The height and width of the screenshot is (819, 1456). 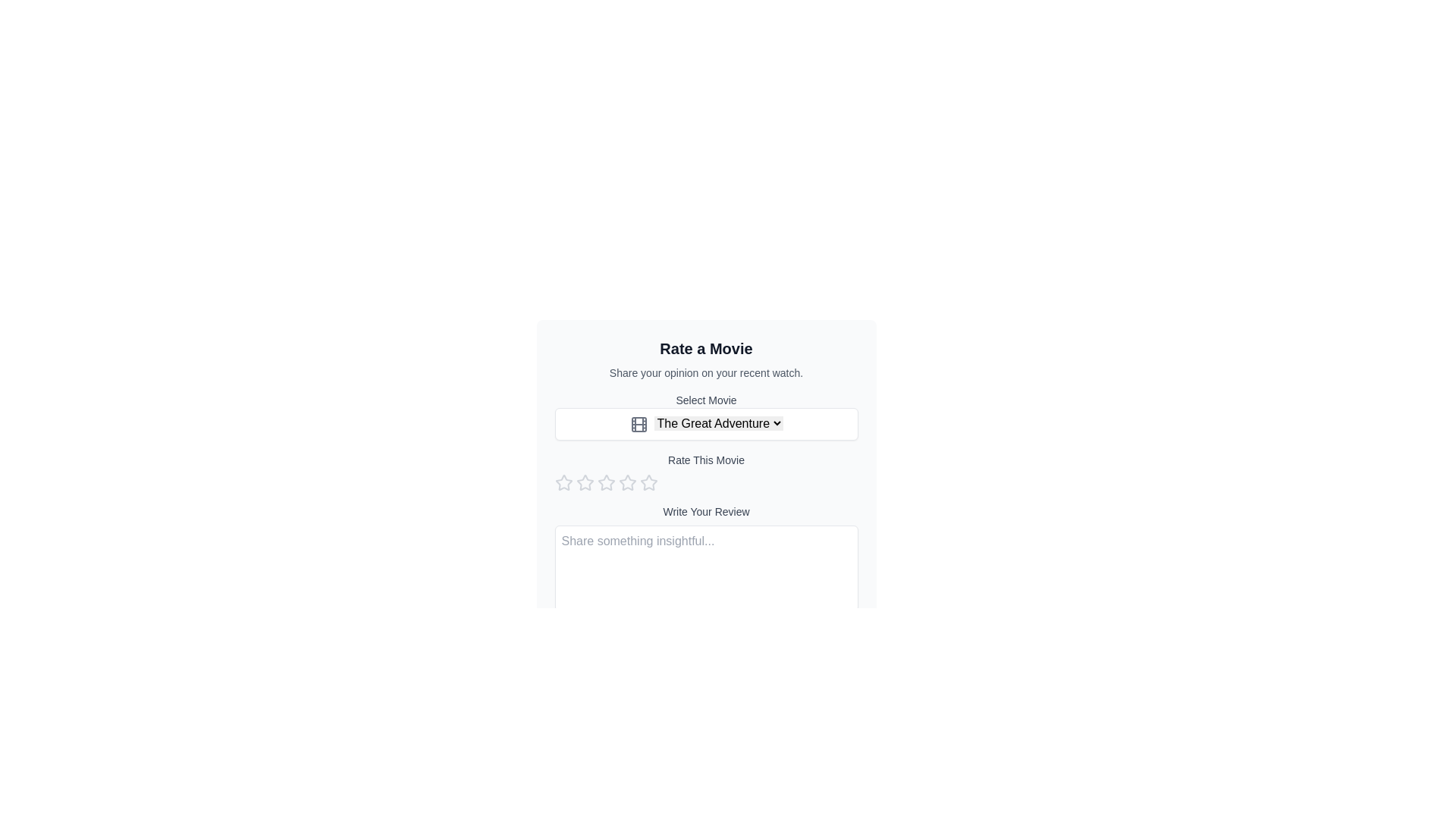 I want to click on the text label that says 'Rate This Movie', which is positioned above the star icons and below the 'Select Movie' dropdown menu, so click(x=705, y=471).